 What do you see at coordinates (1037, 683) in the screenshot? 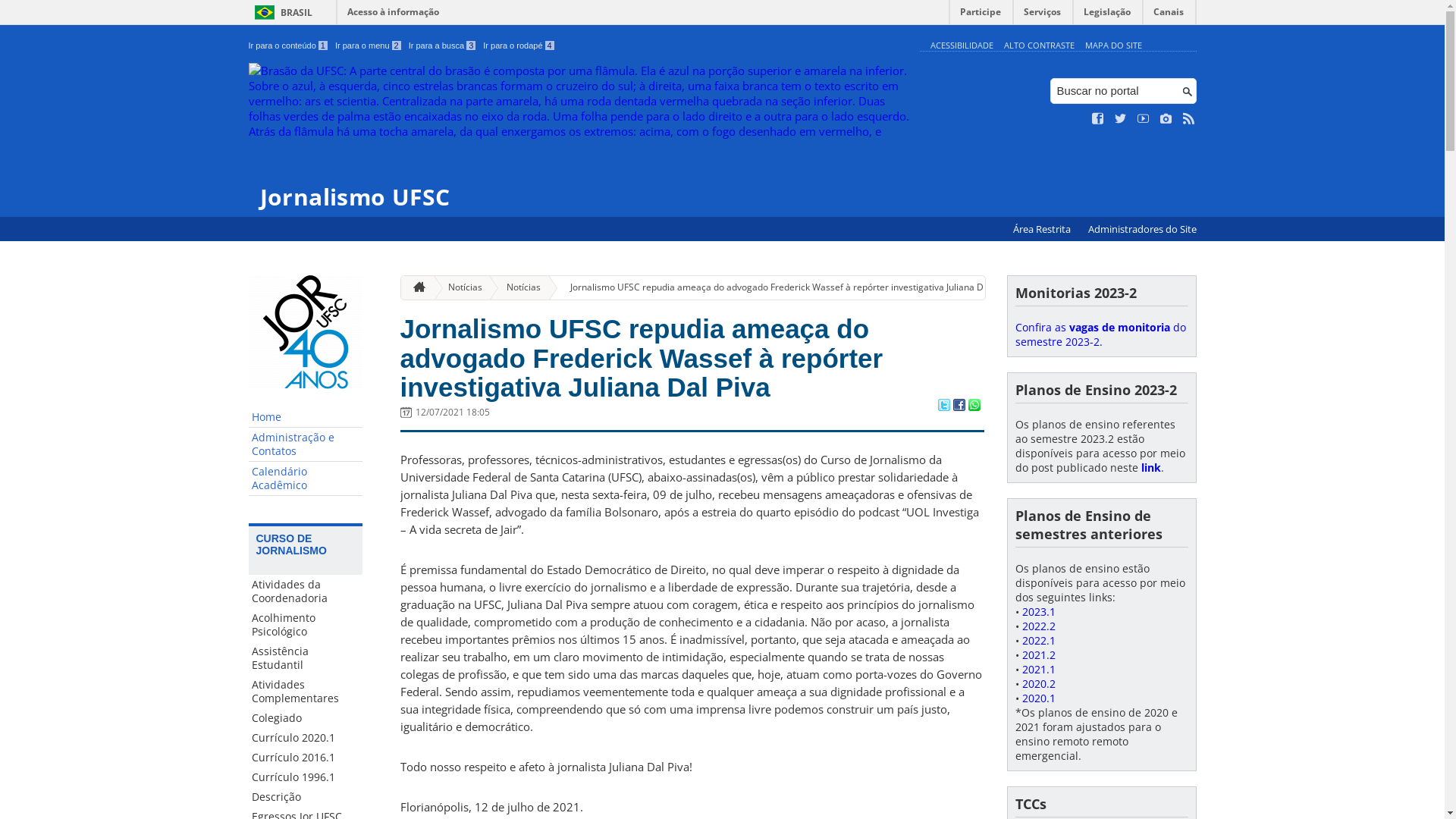
I see `'2020.2'` at bounding box center [1037, 683].